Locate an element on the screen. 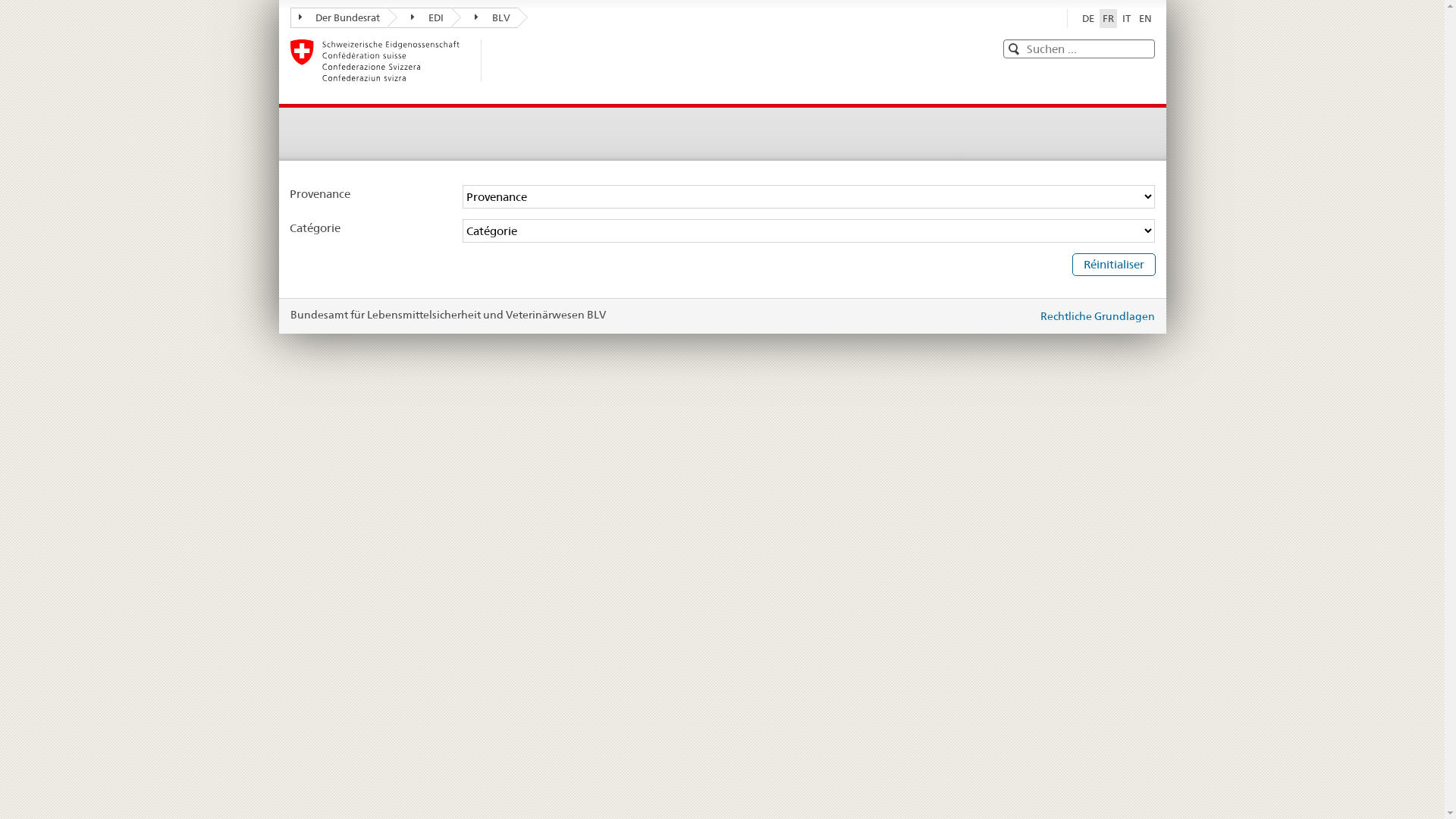 Image resolution: width=1456 pixels, height=819 pixels. 'EN' is located at coordinates (1145, 18).